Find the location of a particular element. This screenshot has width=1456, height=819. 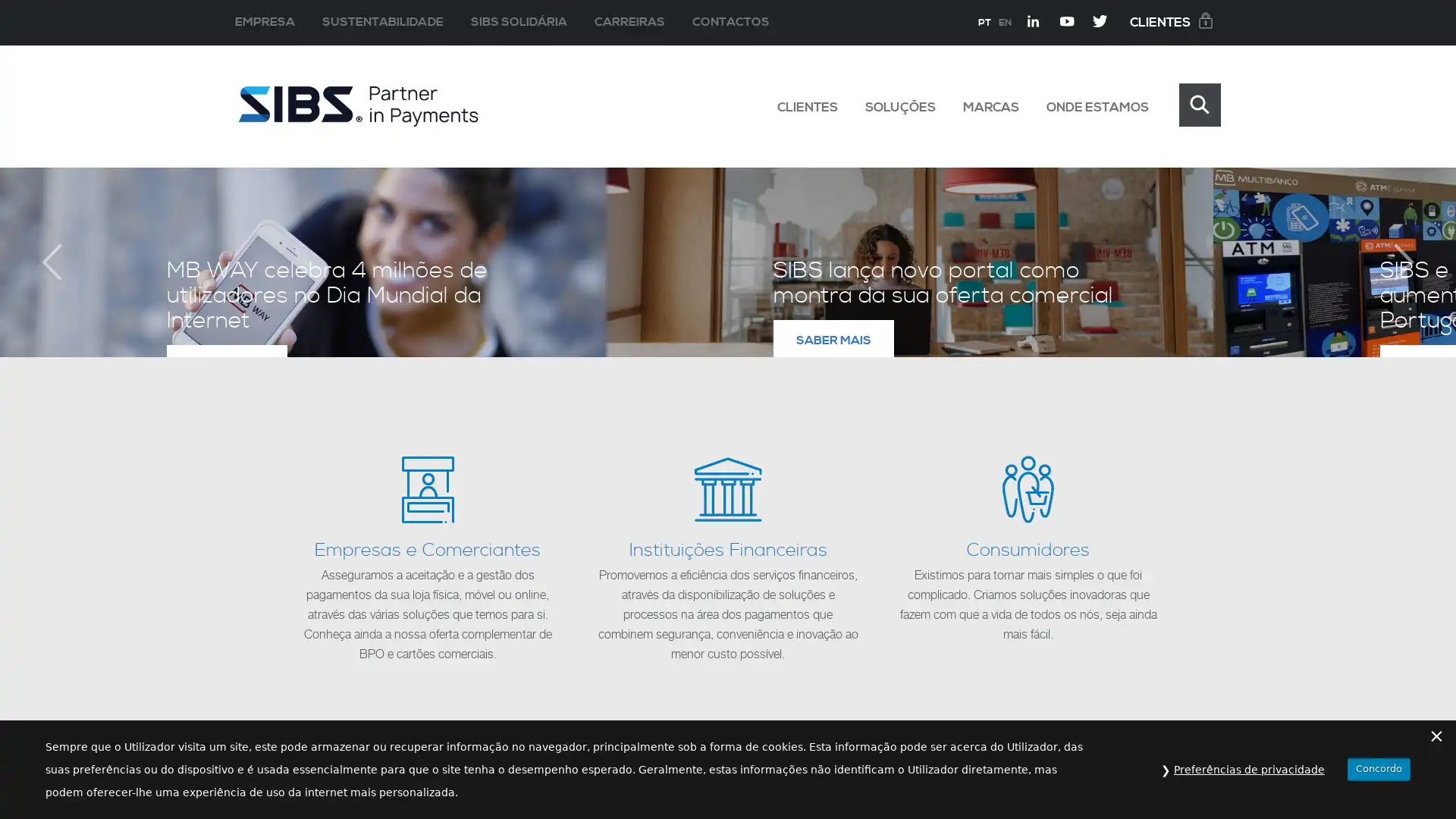

Preferencias de privacidade is located at coordinates (1249, 769).